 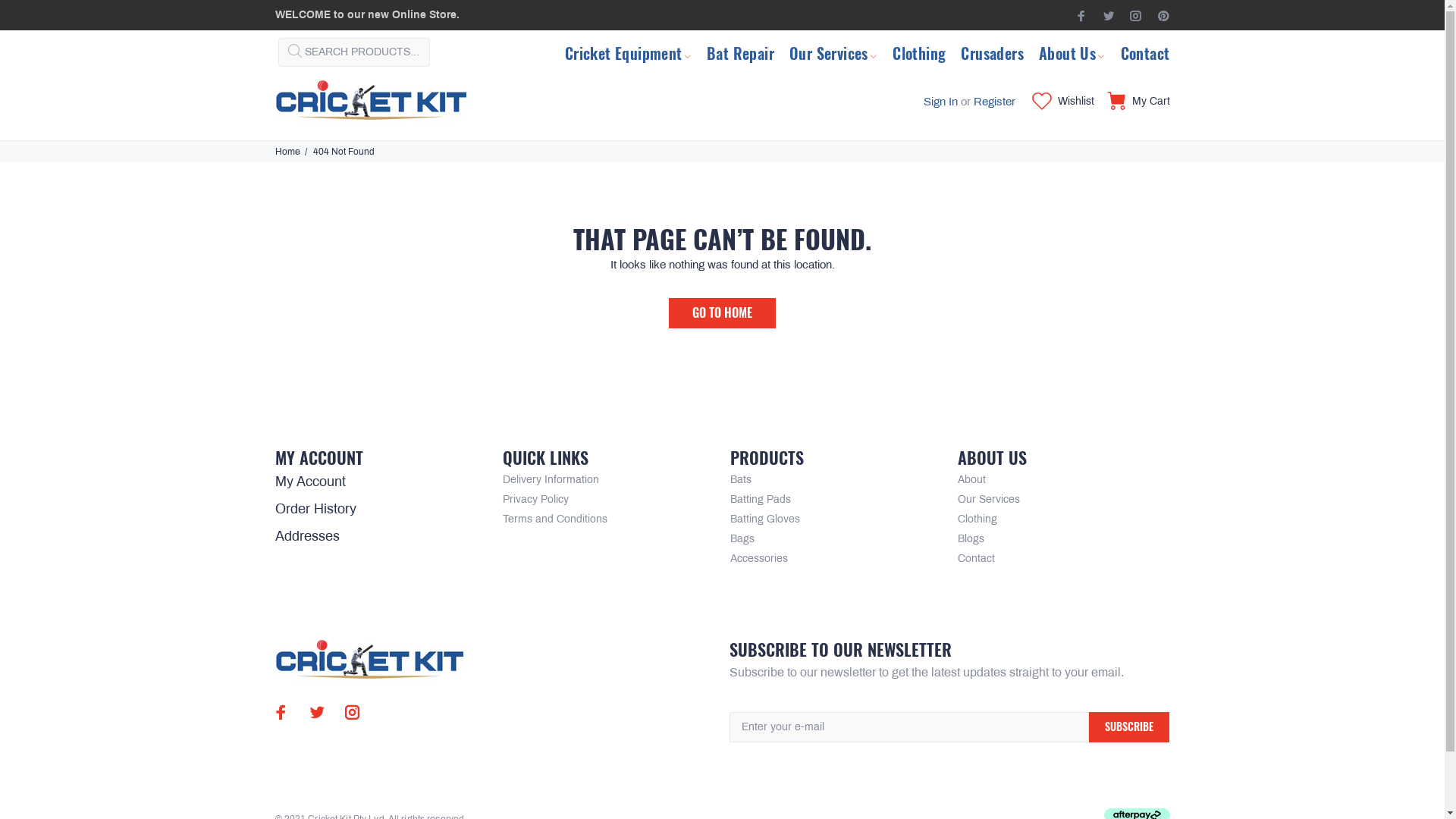 I want to click on 'Our Services', so click(x=833, y=51).